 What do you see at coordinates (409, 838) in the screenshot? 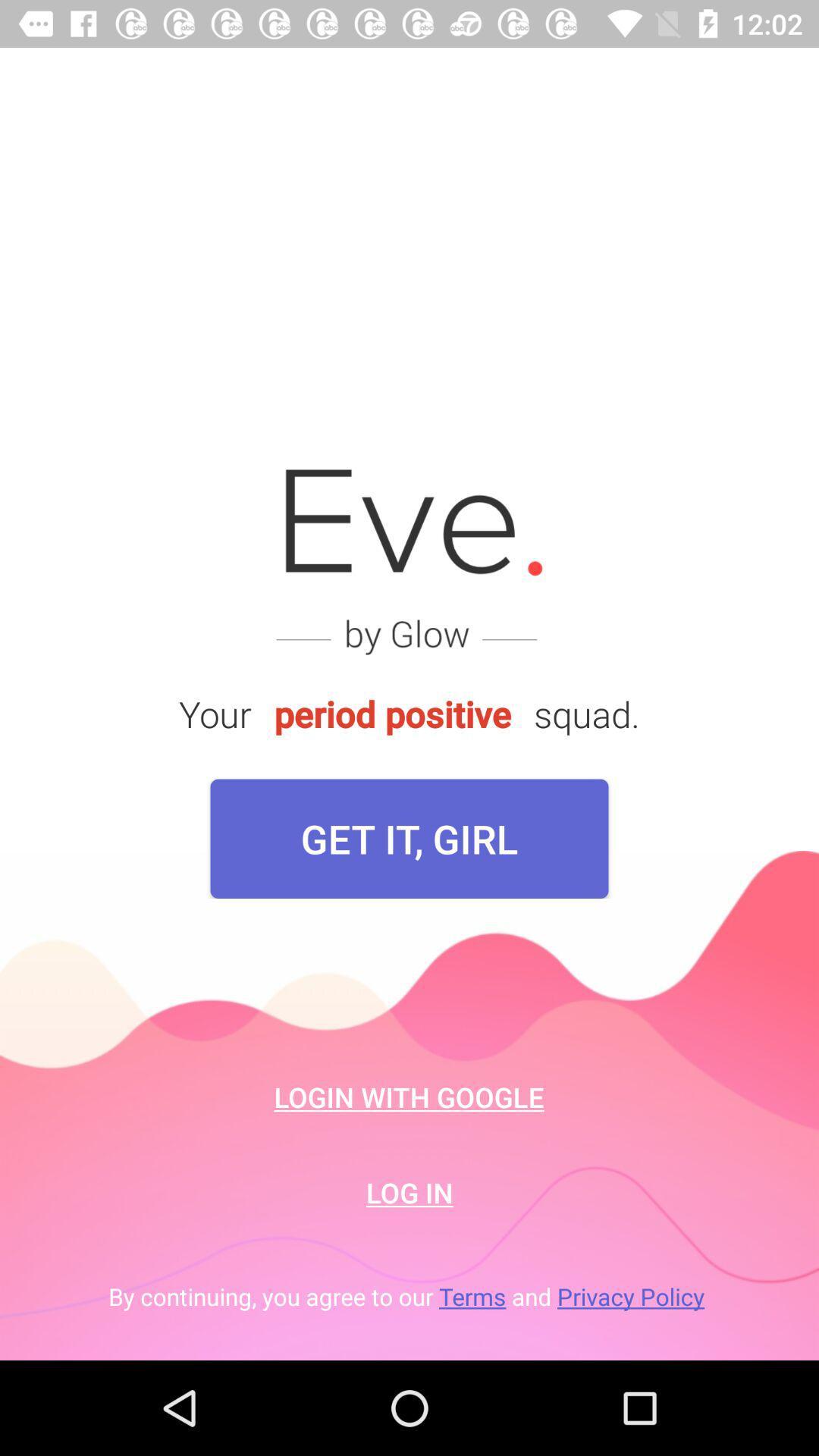
I see `the item above the  login with google  icon` at bounding box center [409, 838].